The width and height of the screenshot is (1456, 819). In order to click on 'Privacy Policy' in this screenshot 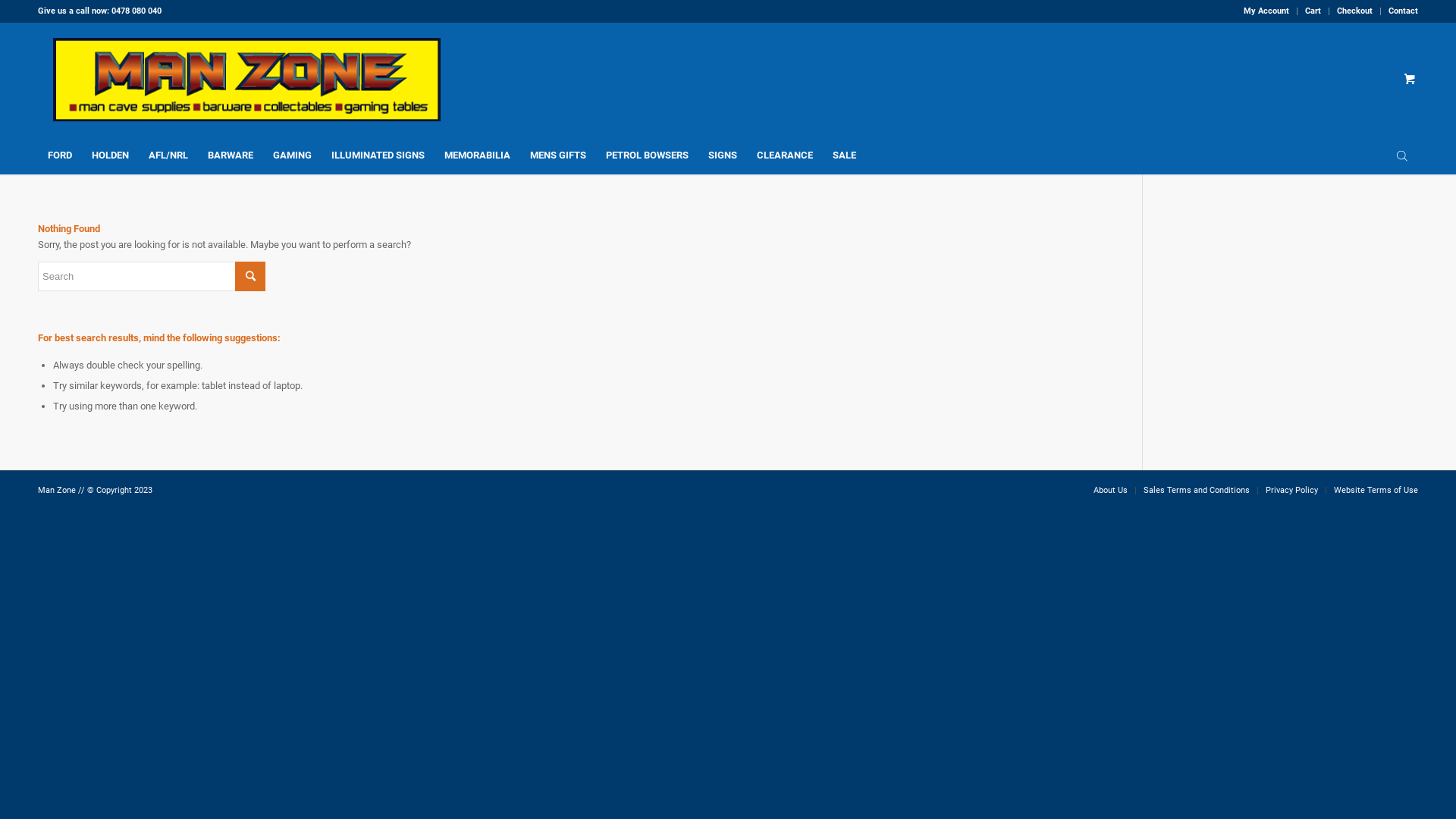, I will do `click(1291, 490)`.